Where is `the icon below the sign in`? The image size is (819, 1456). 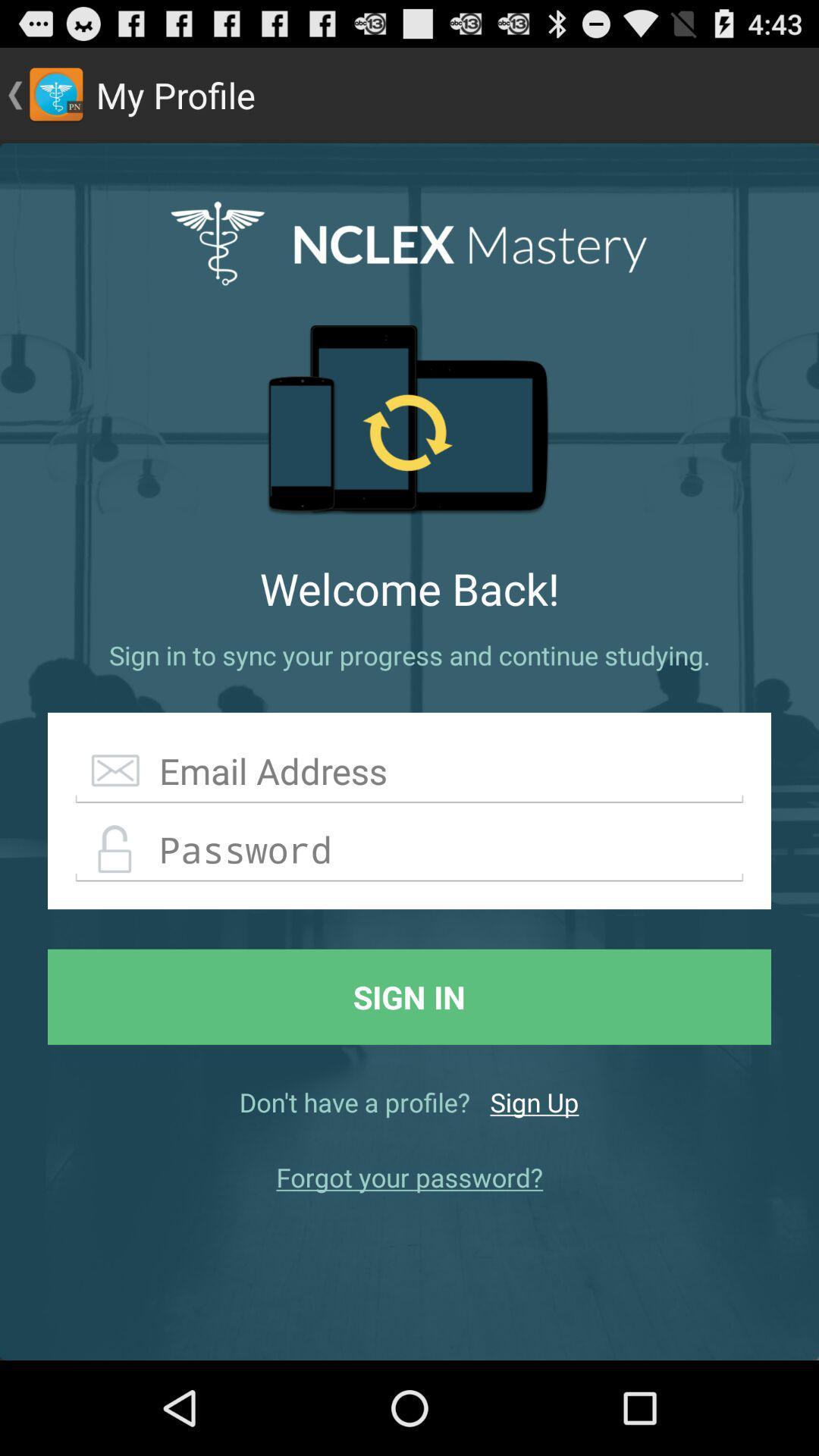
the icon below the sign in is located at coordinates (534, 1102).